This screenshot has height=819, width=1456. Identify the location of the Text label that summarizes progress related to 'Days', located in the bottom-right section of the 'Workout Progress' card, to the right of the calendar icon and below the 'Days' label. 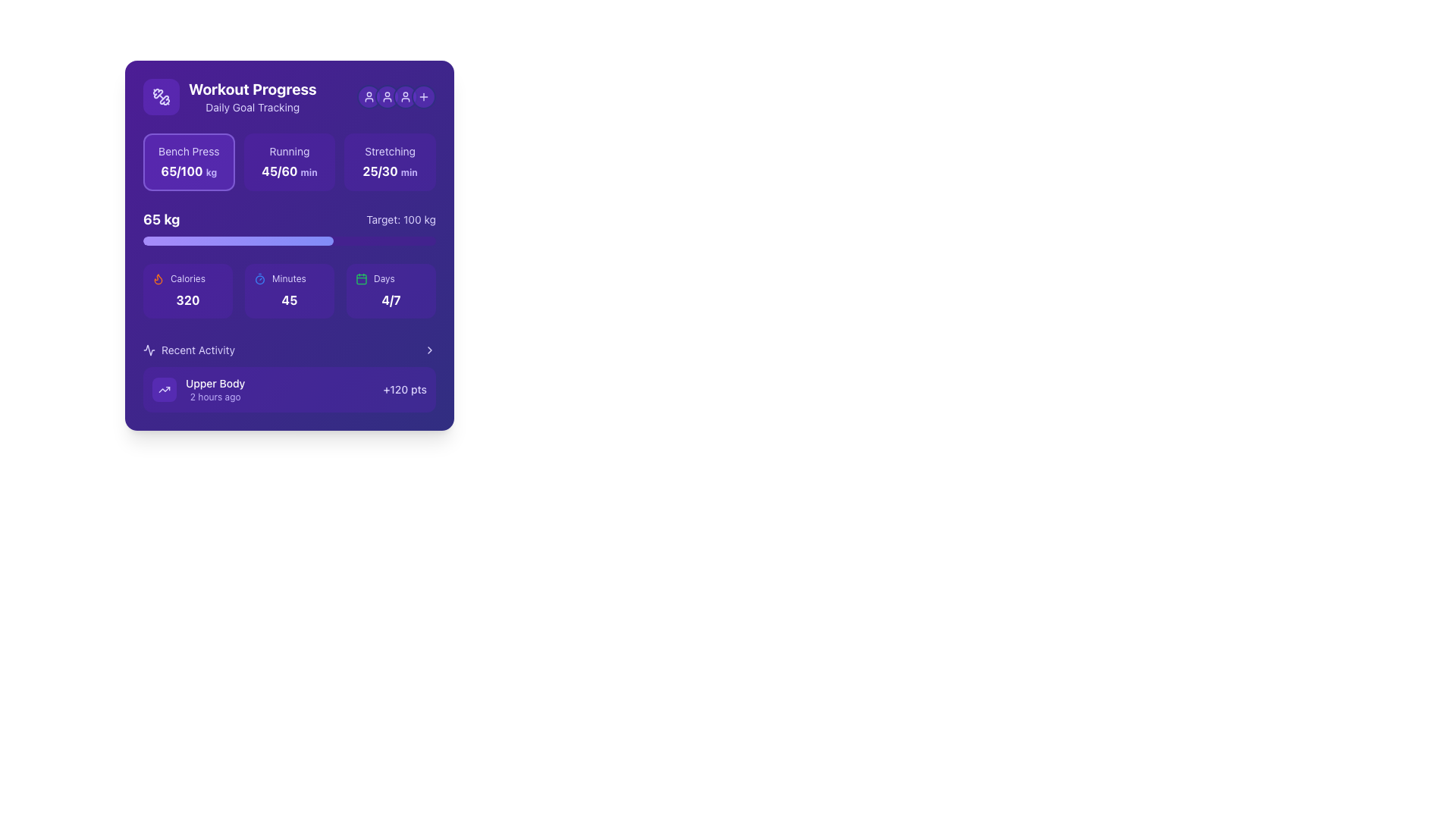
(391, 300).